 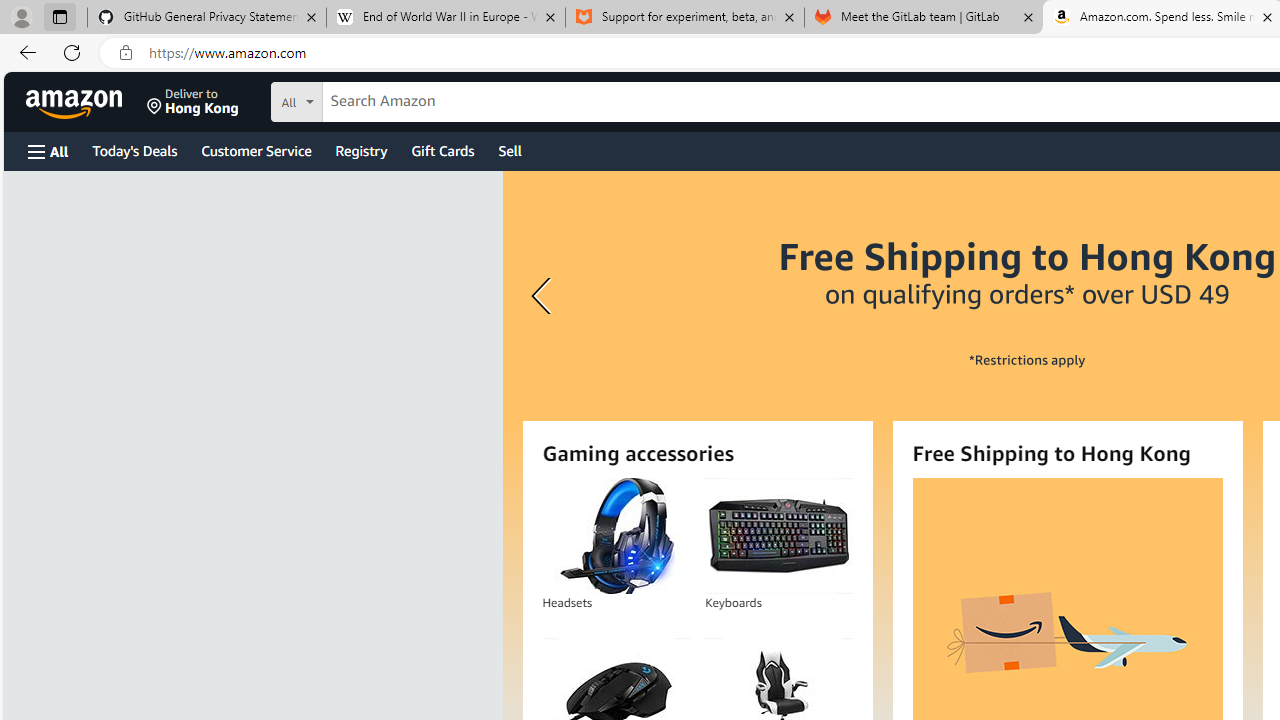 I want to click on 'Previous slide', so click(x=544, y=296).